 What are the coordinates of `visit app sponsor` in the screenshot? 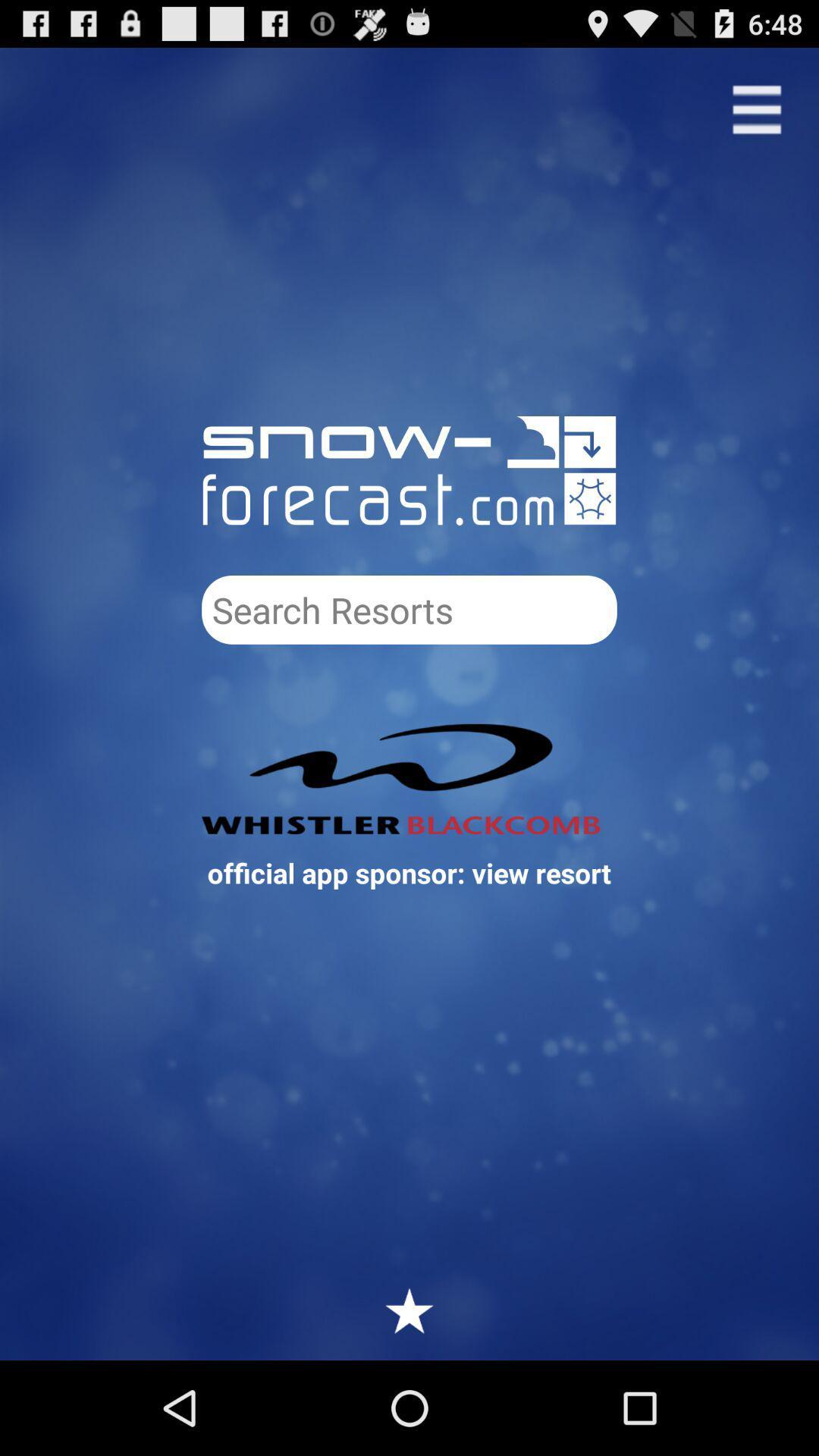 It's located at (409, 779).